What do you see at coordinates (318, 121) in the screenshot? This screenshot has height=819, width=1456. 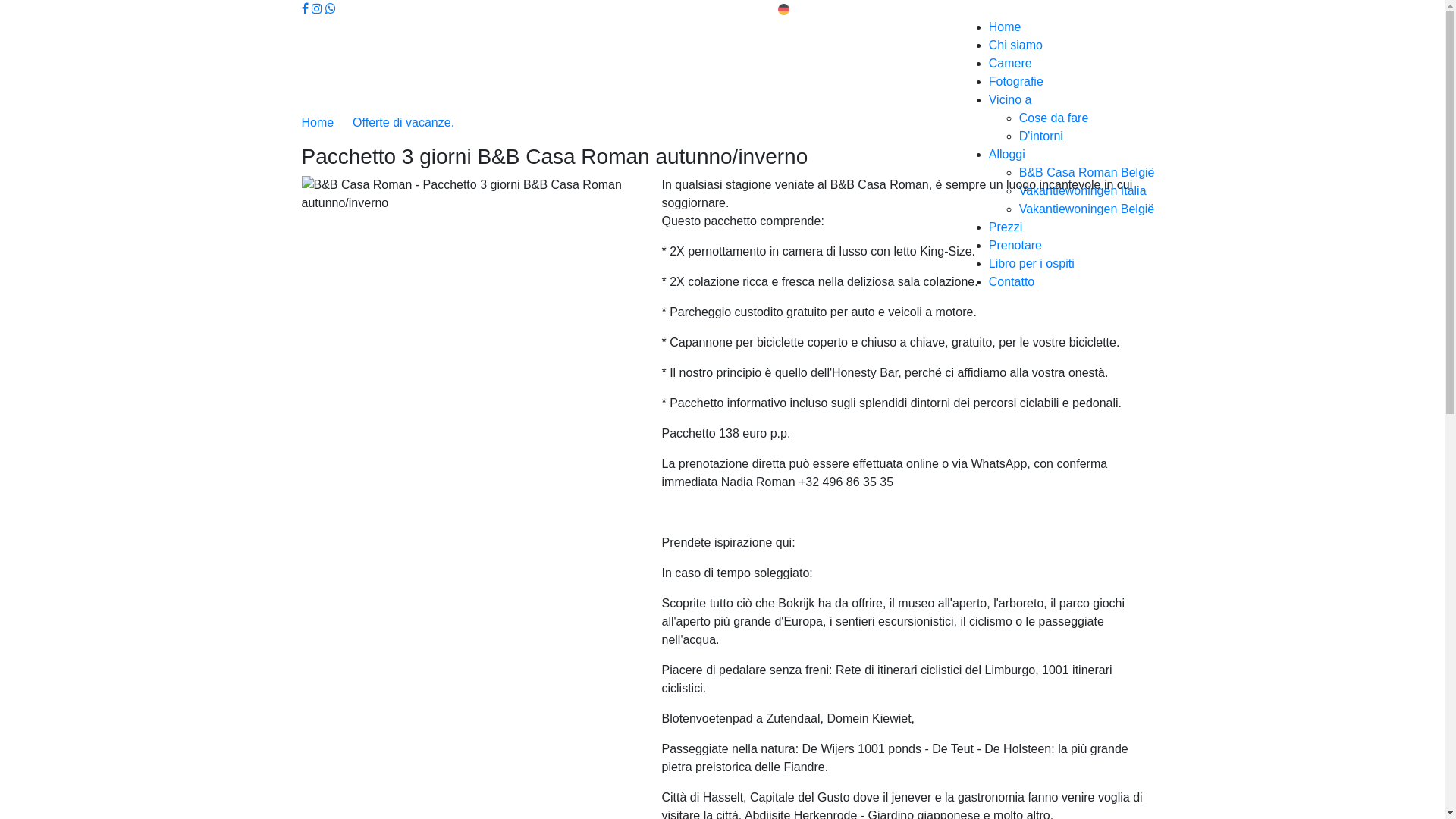 I see `'Home'` at bounding box center [318, 121].